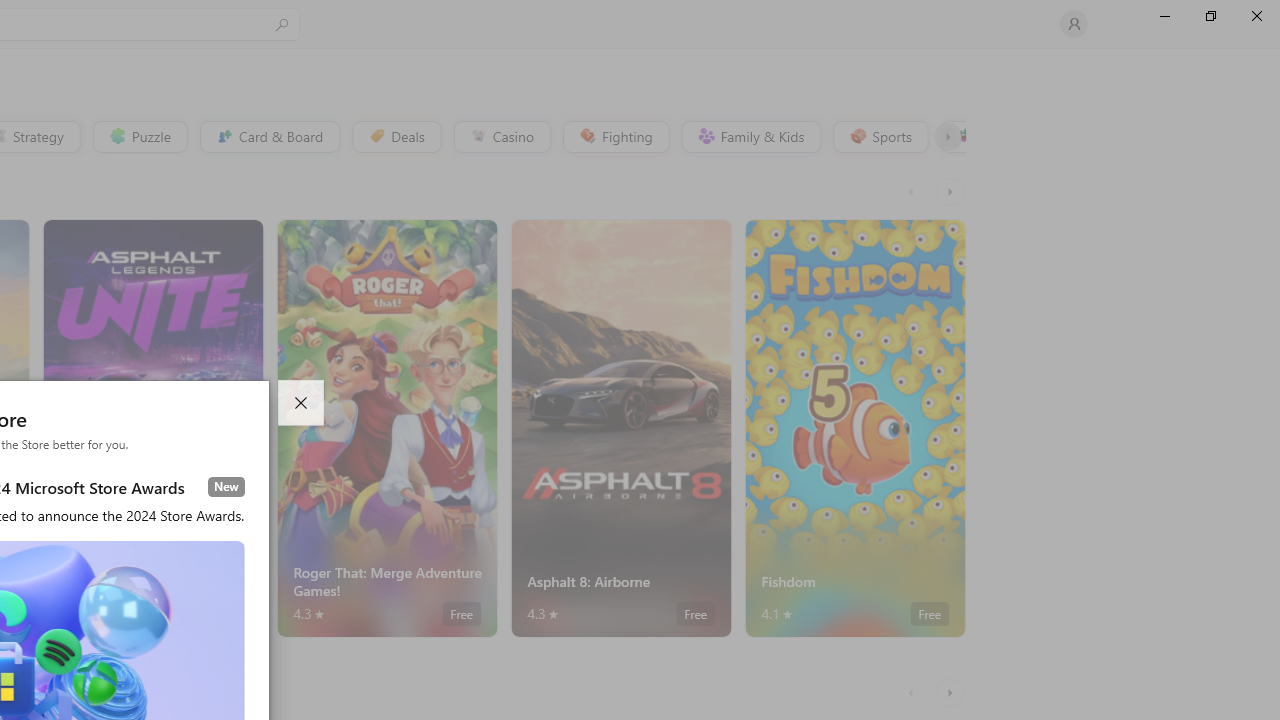 Image resolution: width=1280 pixels, height=720 pixels. I want to click on 'Close dialog', so click(299, 403).